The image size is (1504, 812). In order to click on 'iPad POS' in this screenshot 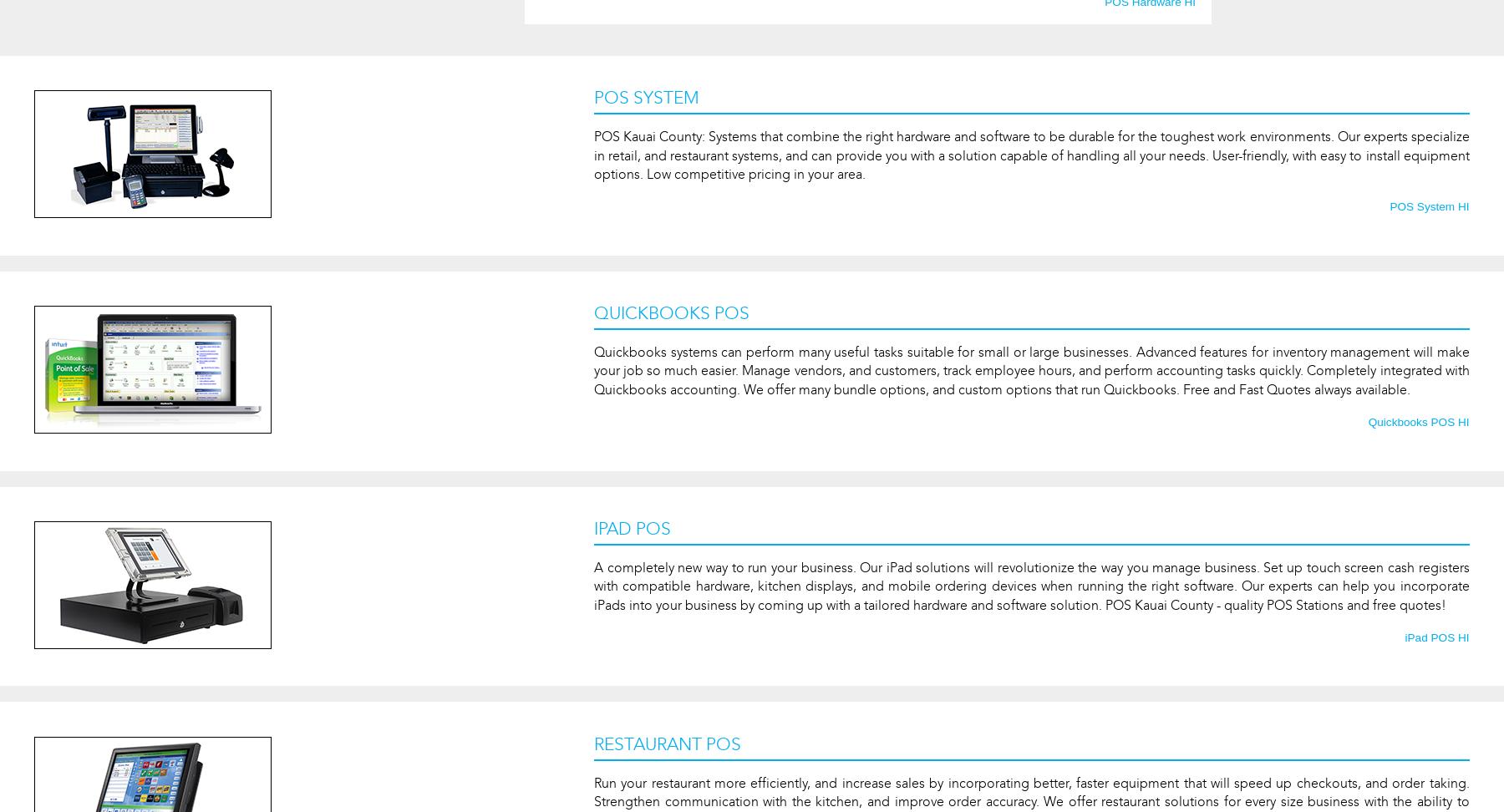, I will do `click(632, 528)`.